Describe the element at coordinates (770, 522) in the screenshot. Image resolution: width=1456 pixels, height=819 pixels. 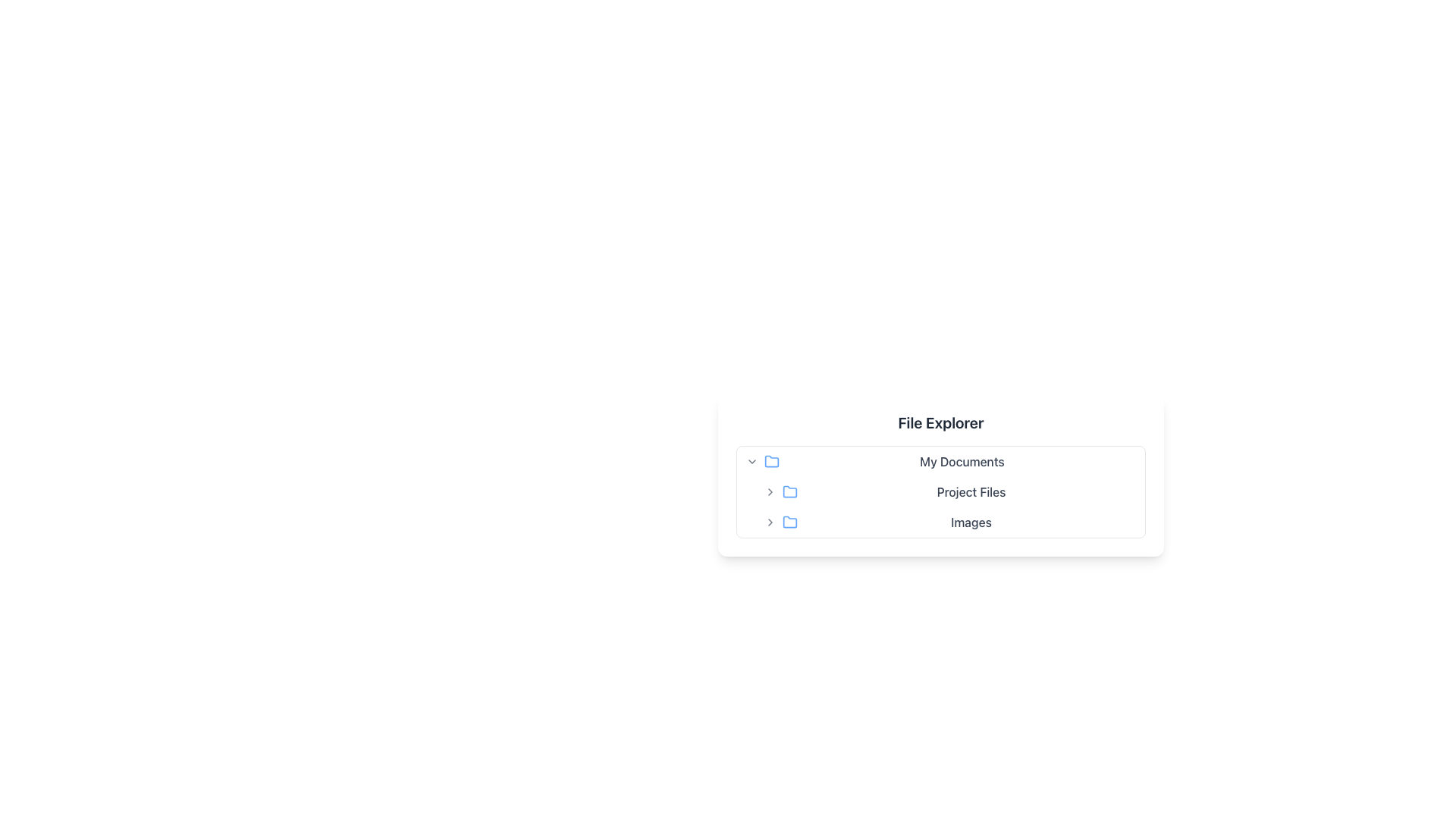
I see `the small right-pointing chevron icon located to the left of the 'Images' label` at that location.